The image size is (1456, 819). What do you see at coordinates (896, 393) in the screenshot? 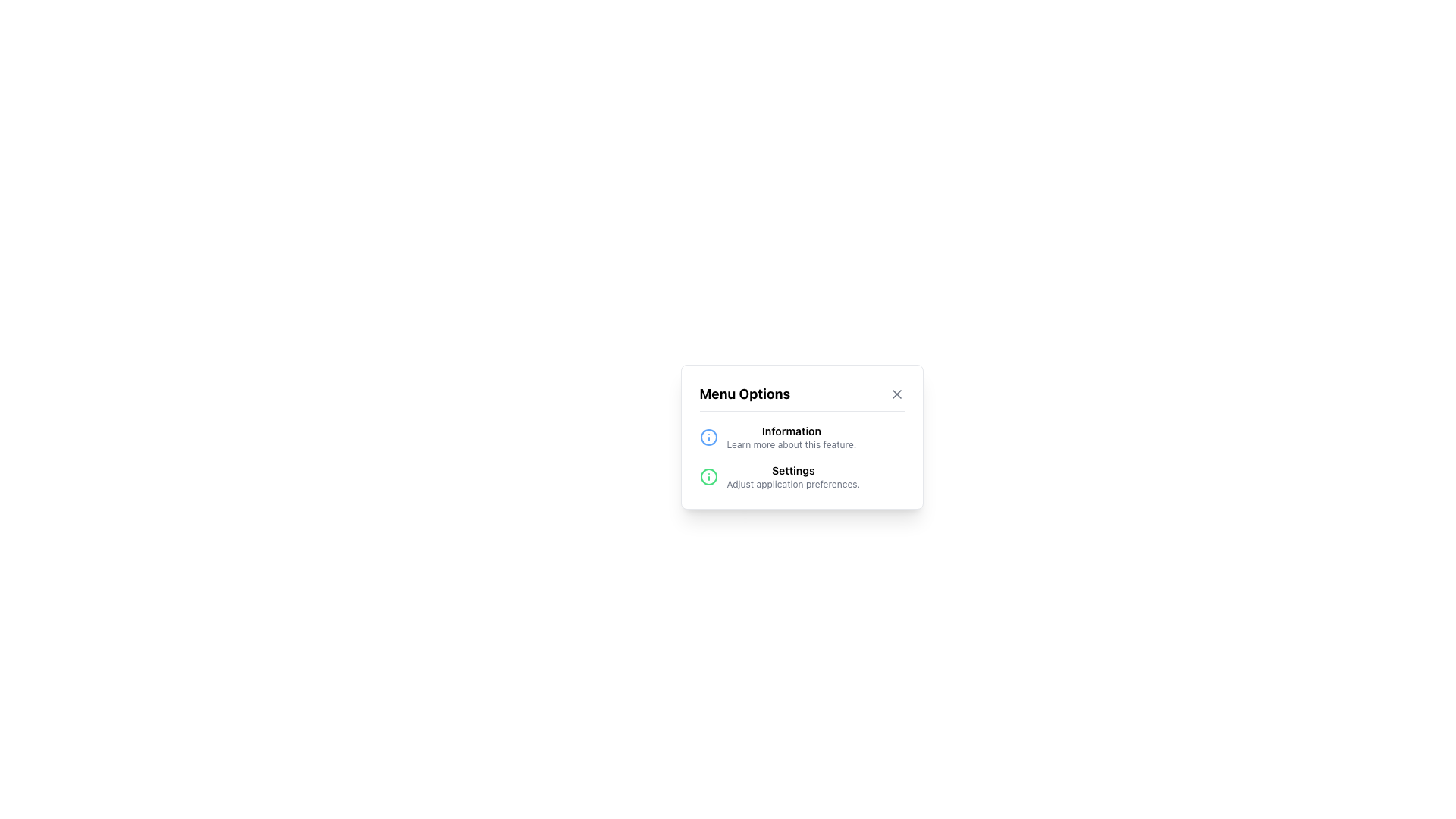
I see `the 'X' close button in the header of the 'Menu Options' modal to change its color to red` at bounding box center [896, 393].